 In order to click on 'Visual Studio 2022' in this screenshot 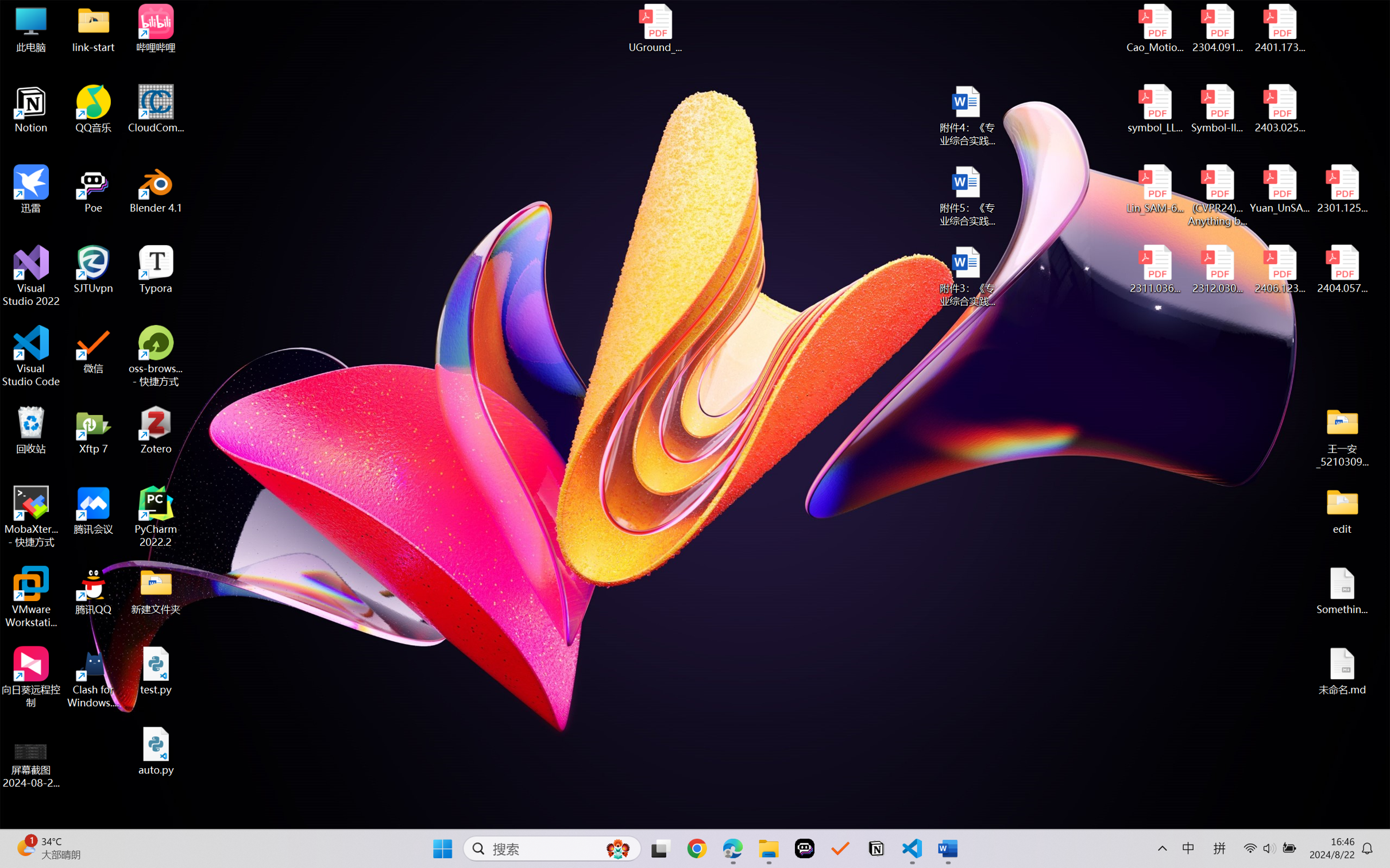, I will do `click(30, 276)`.